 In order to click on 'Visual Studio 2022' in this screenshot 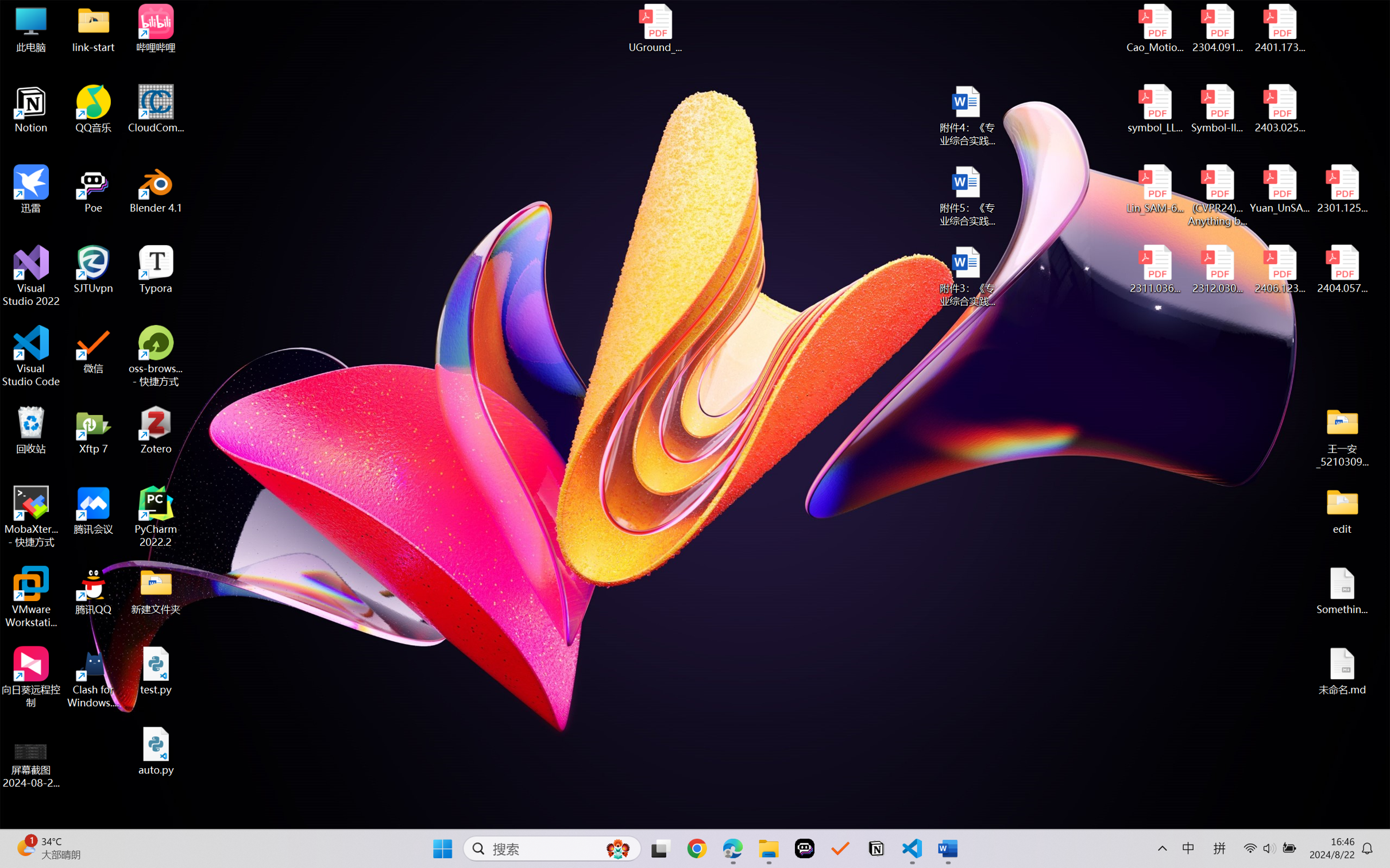, I will do `click(30, 276)`.